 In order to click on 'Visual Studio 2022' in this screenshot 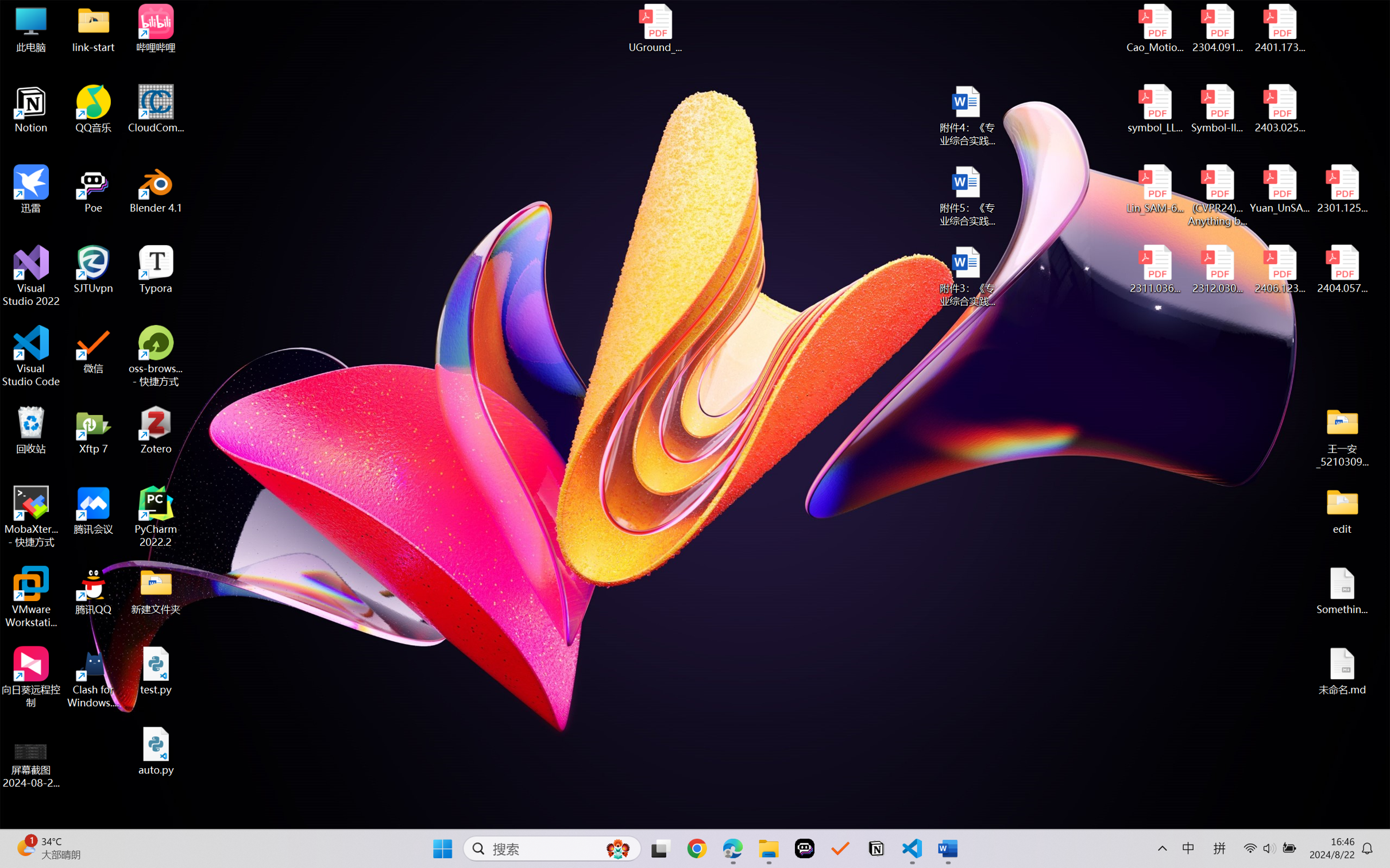, I will do `click(30, 276)`.